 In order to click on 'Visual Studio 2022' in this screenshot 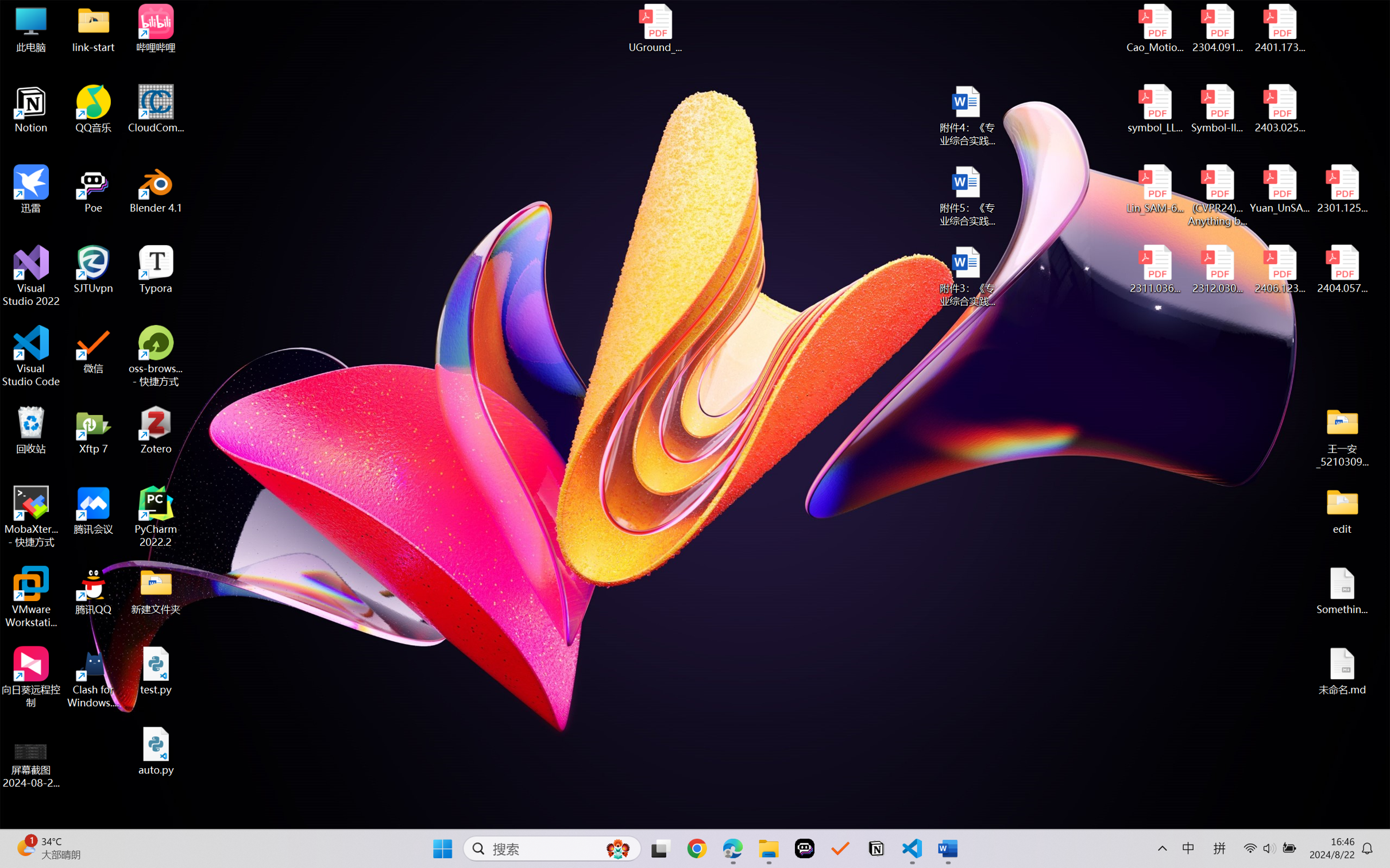, I will do `click(30, 276)`.